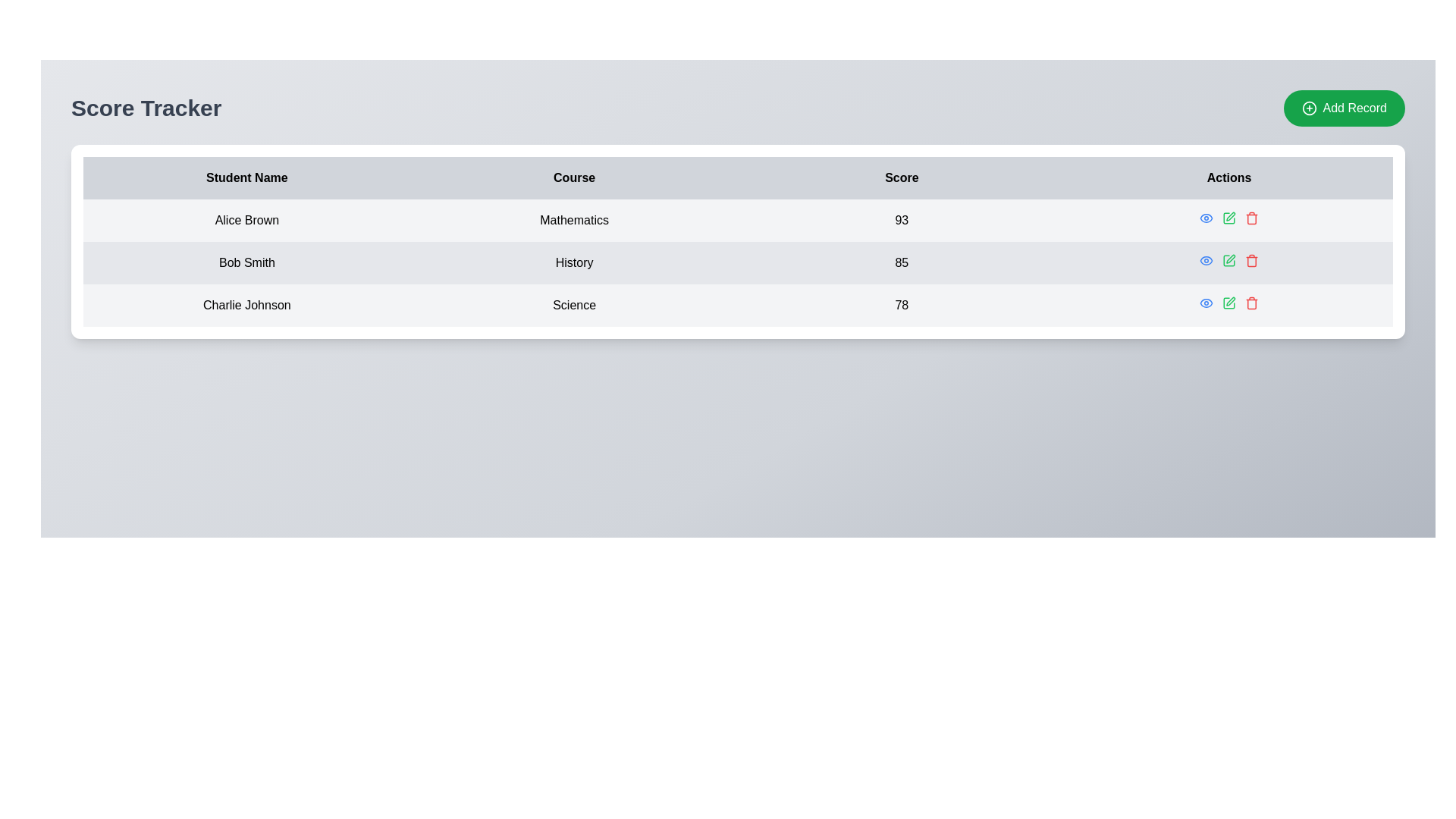 Image resolution: width=1456 pixels, height=819 pixels. What do you see at coordinates (1252, 218) in the screenshot?
I see `the delete button with a trash bin icon located at the far-right end of the action buttons in the 'Actions' column of the table row to initiate the delete action` at bounding box center [1252, 218].